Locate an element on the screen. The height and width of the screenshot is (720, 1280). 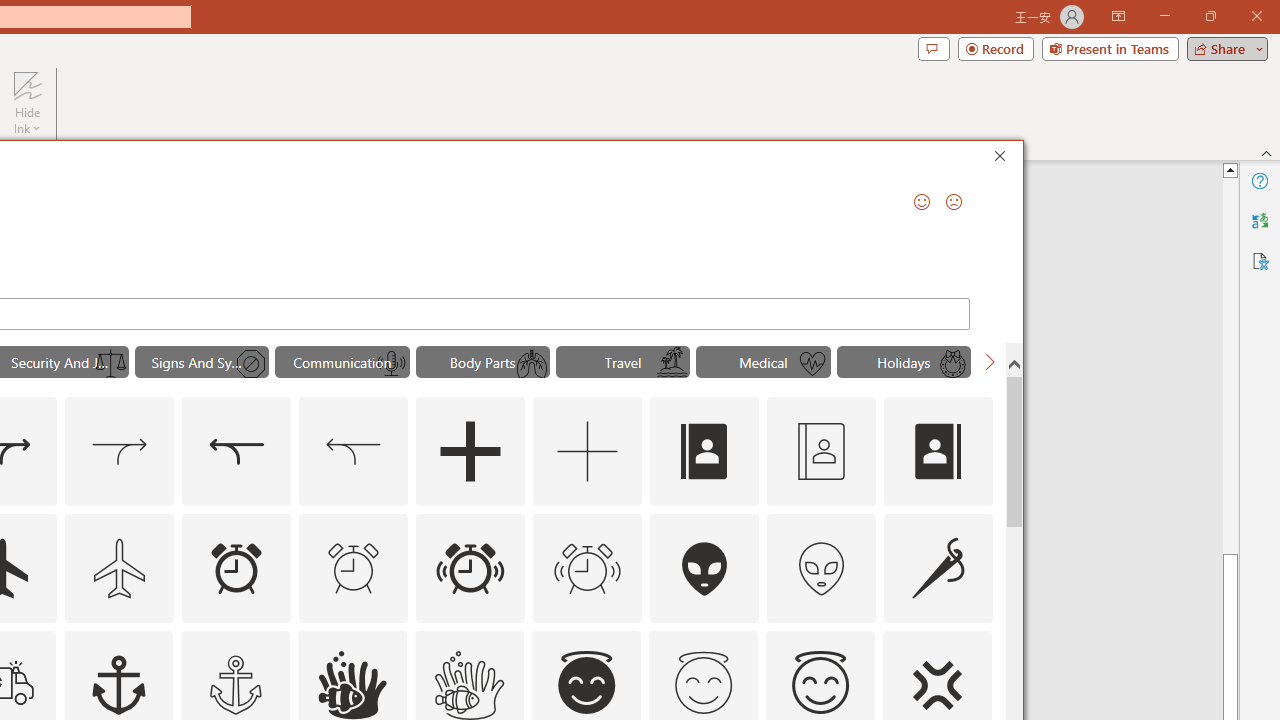
'"Holidays" Icons.' is located at coordinates (903, 362).